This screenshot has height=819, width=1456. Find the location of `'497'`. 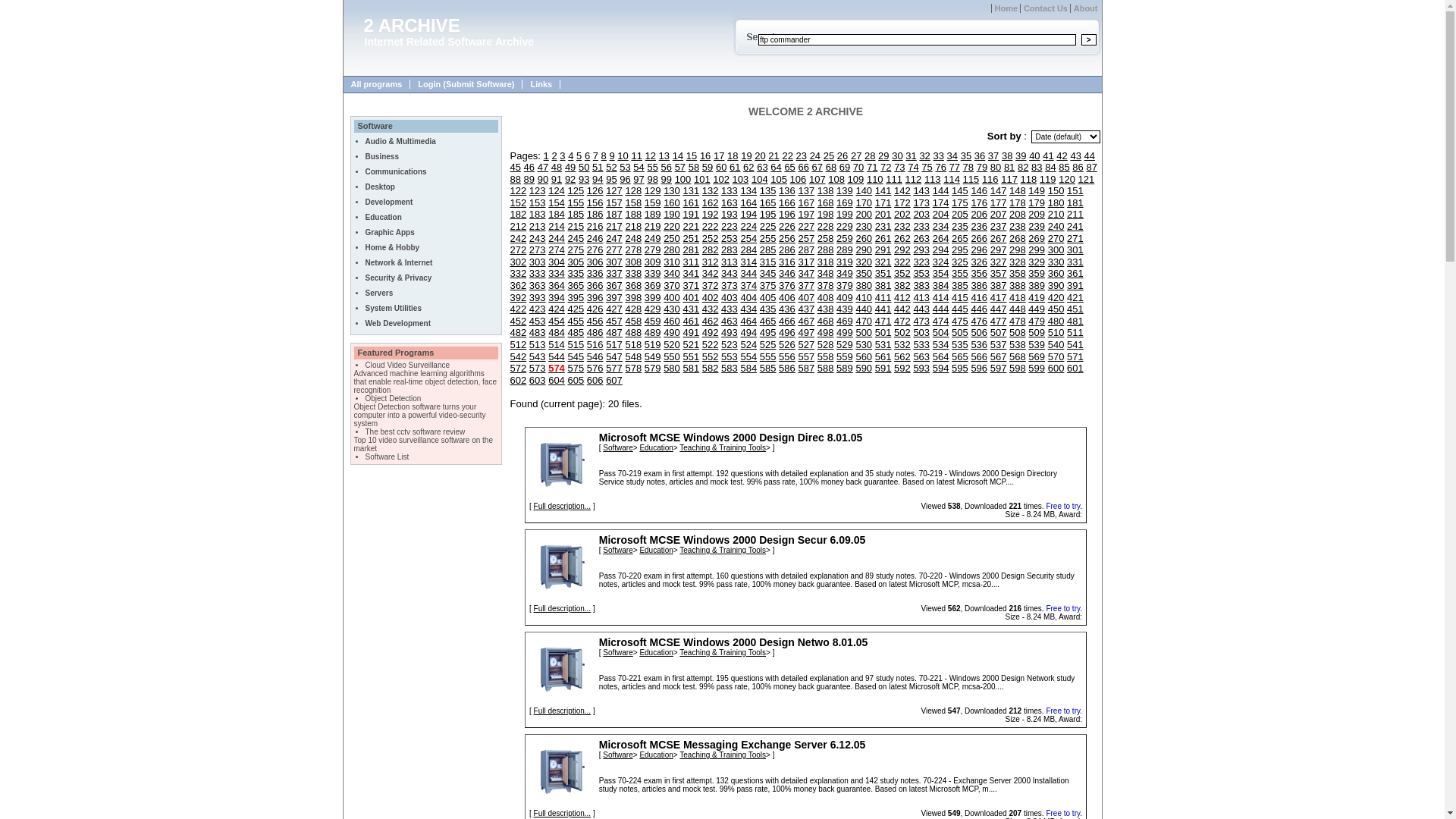

'497' is located at coordinates (796, 331).